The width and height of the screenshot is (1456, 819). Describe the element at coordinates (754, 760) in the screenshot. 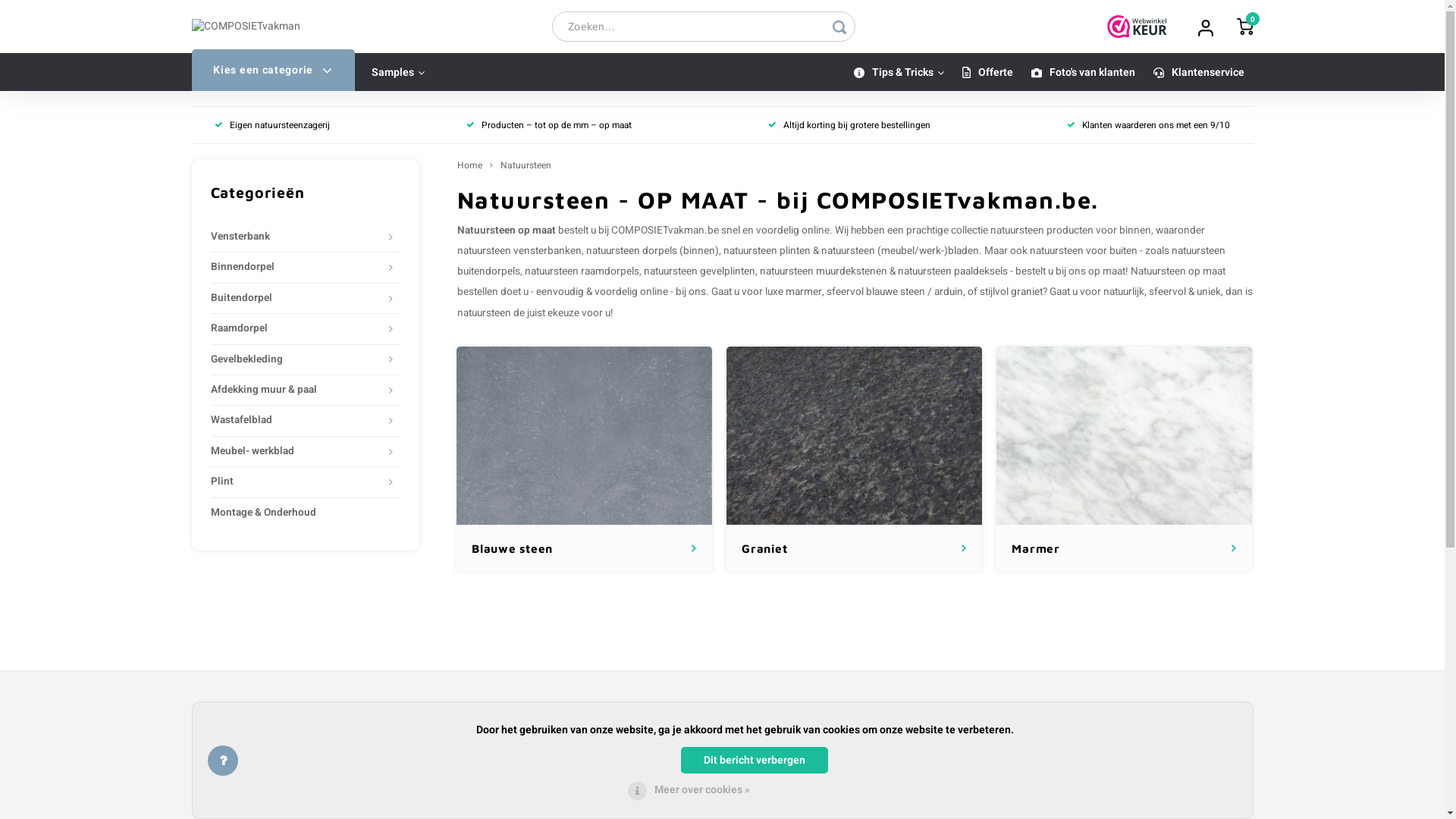

I see `'Dit bericht verbergen'` at that location.